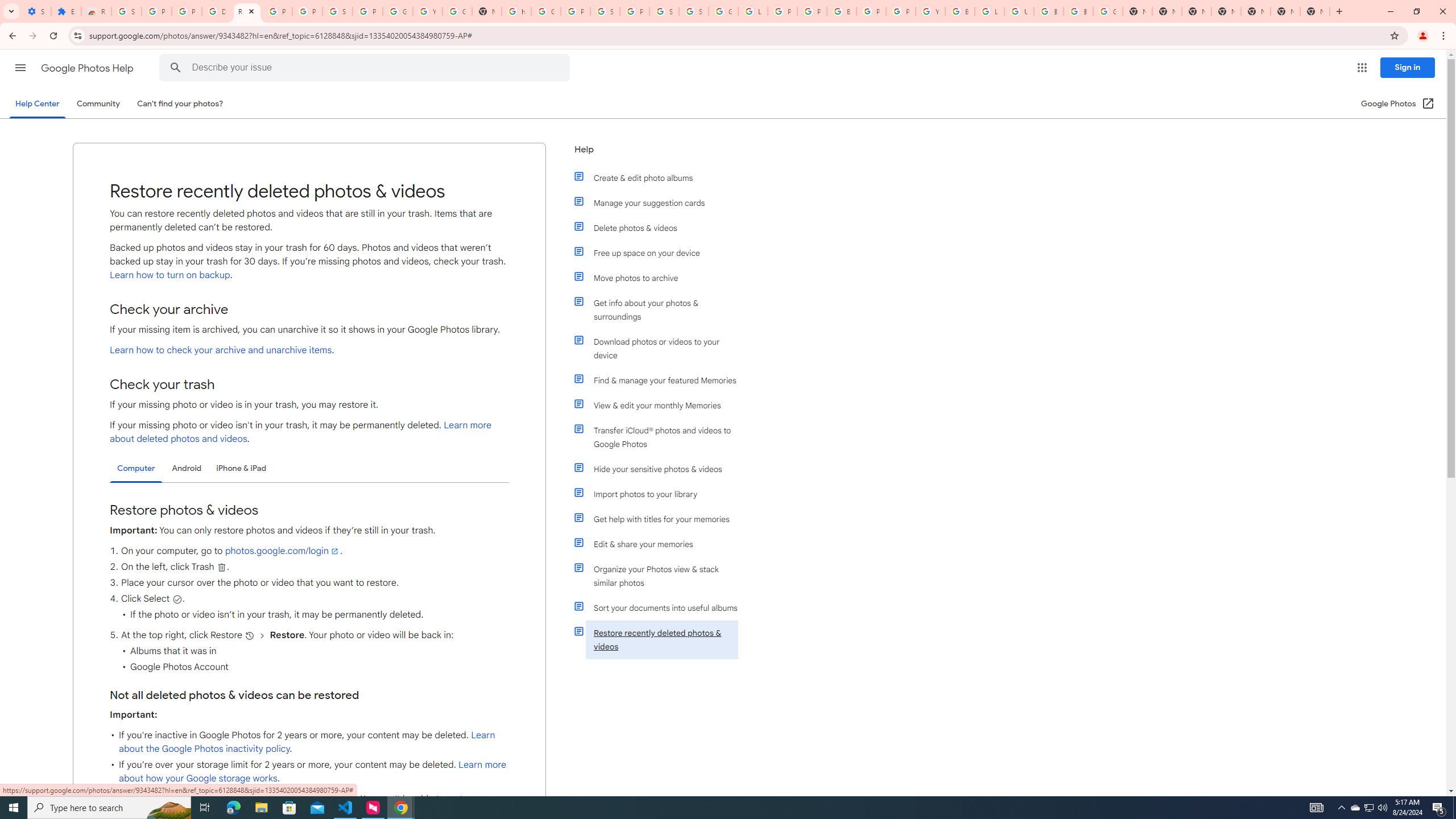 Image resolution: width=1456 pixels, height=819 pixels. What do you see at coordinates (515, 11) in the screenshot?
I see `'https://scholar.google.com/'` at bounding box center [515, 11].